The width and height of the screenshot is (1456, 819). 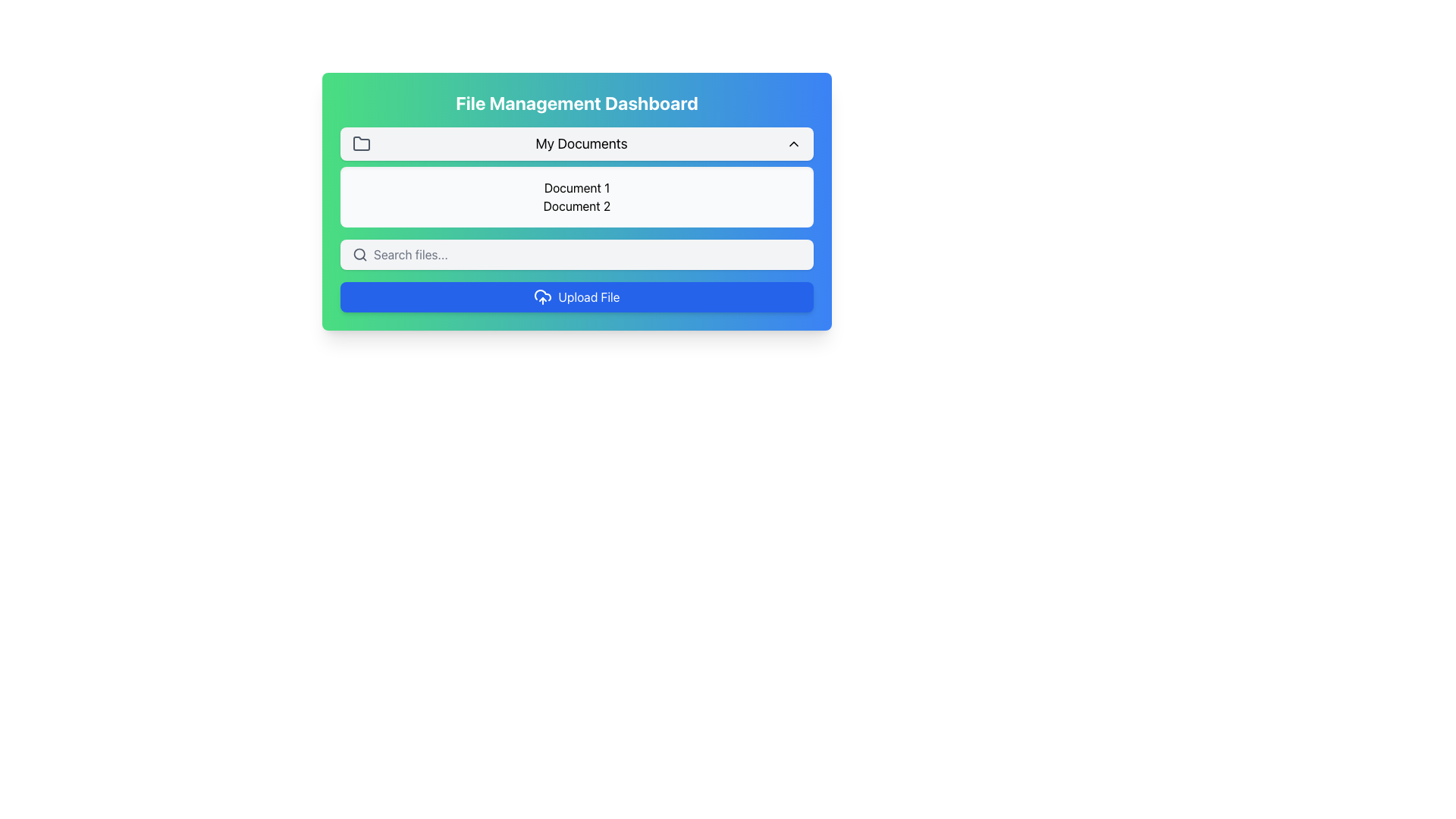 I want to click on the magnifying glass icon located at the far left of the search input field, which is represented by a light gray rounded rectangle and precedes the input field placeholder text 'Search files...', so click(x=359, y=253).